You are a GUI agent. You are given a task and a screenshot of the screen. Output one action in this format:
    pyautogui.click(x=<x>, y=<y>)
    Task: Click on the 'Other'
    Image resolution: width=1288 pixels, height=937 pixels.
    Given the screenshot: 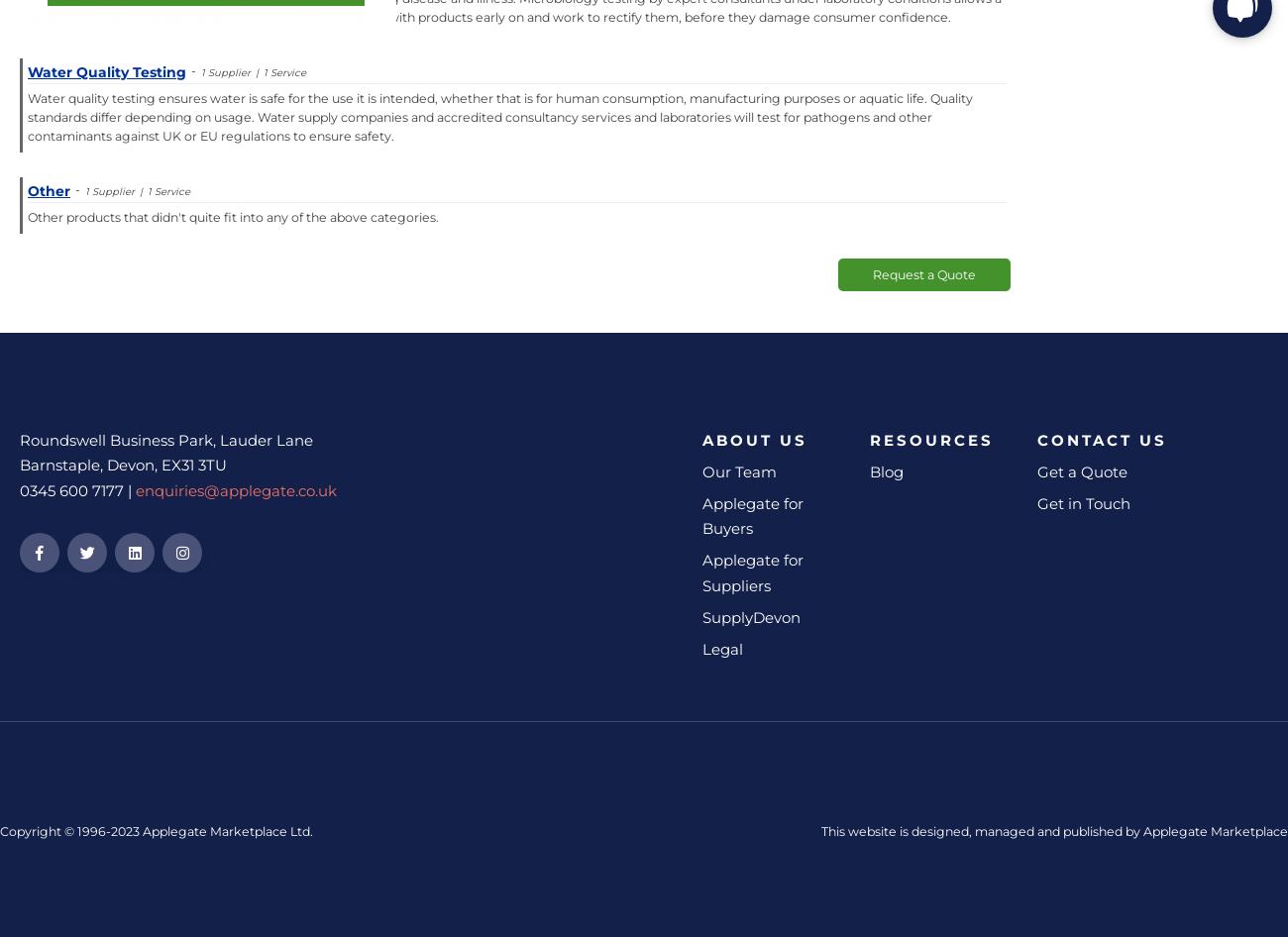 What is the action you would take?
    pyautogui.click(x=26, y=190)
    